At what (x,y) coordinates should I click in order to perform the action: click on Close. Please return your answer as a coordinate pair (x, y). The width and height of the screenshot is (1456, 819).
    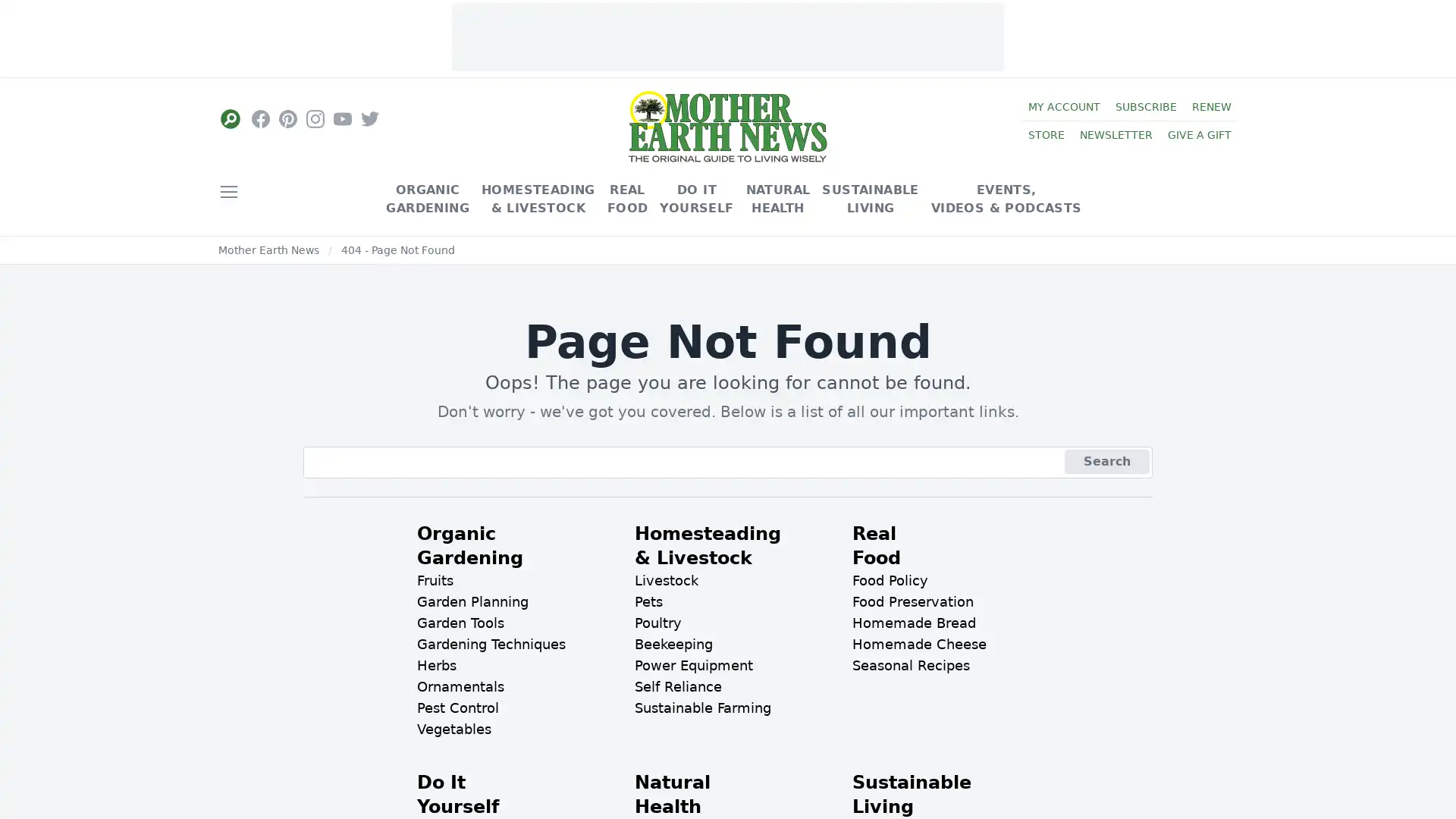
    Looking at the image, I should click on (898, 311).